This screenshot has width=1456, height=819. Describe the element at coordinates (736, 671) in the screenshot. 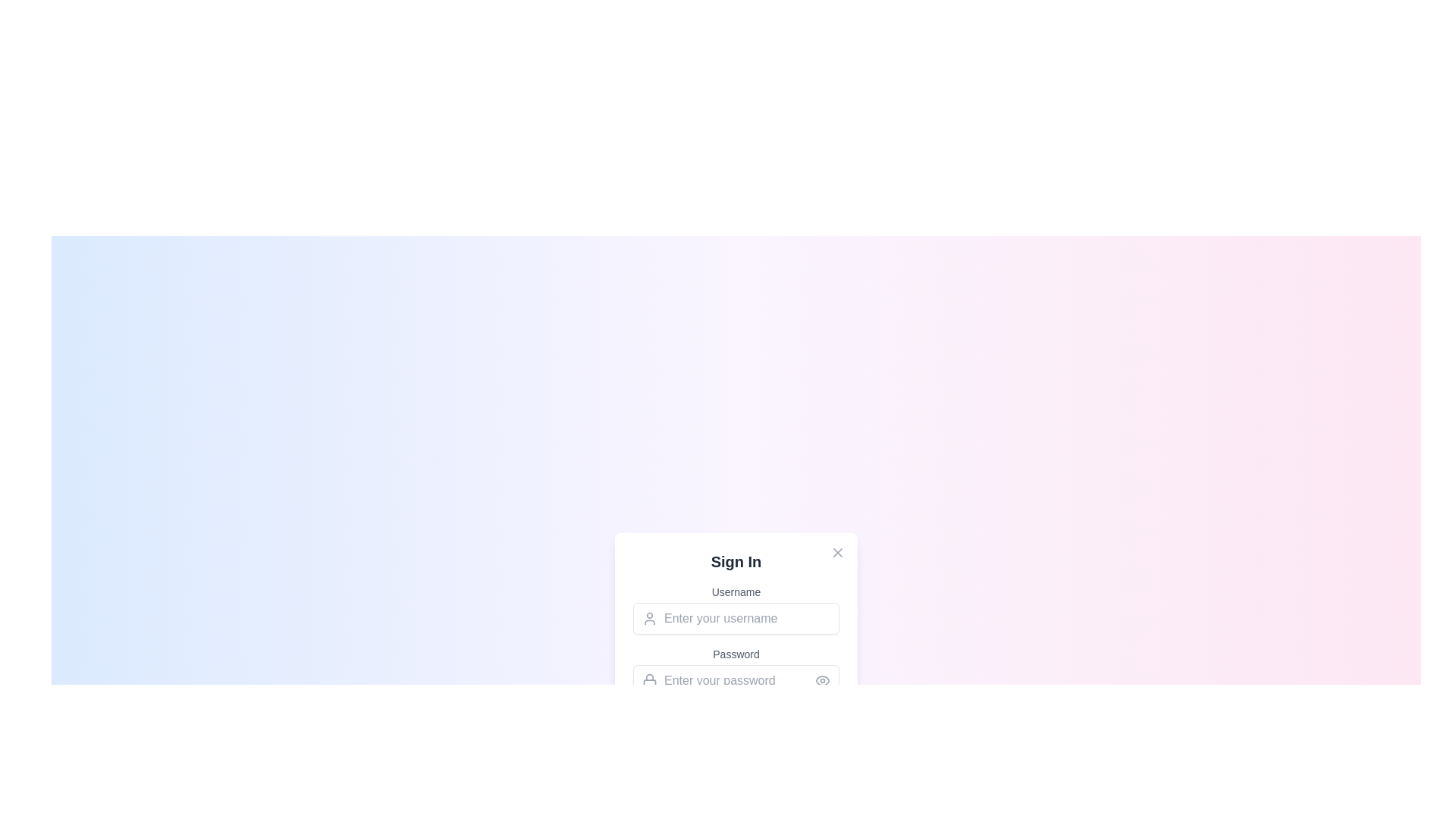

I see `the Password Input Field located below the 'Username' input field and above the 'Log In' button` at that location.